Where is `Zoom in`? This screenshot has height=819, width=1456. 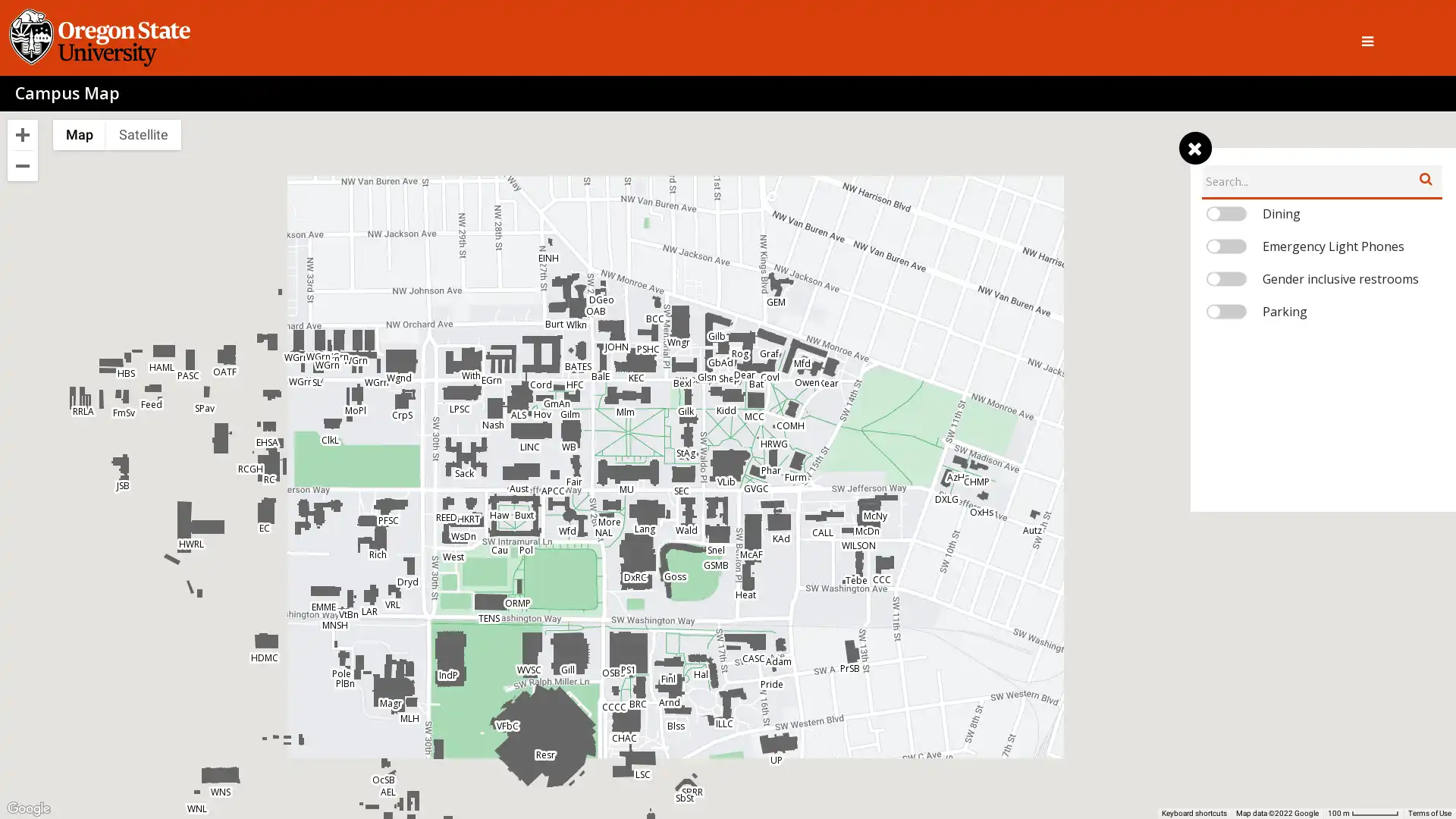
Zoom in is located at coordinates (22, 133).